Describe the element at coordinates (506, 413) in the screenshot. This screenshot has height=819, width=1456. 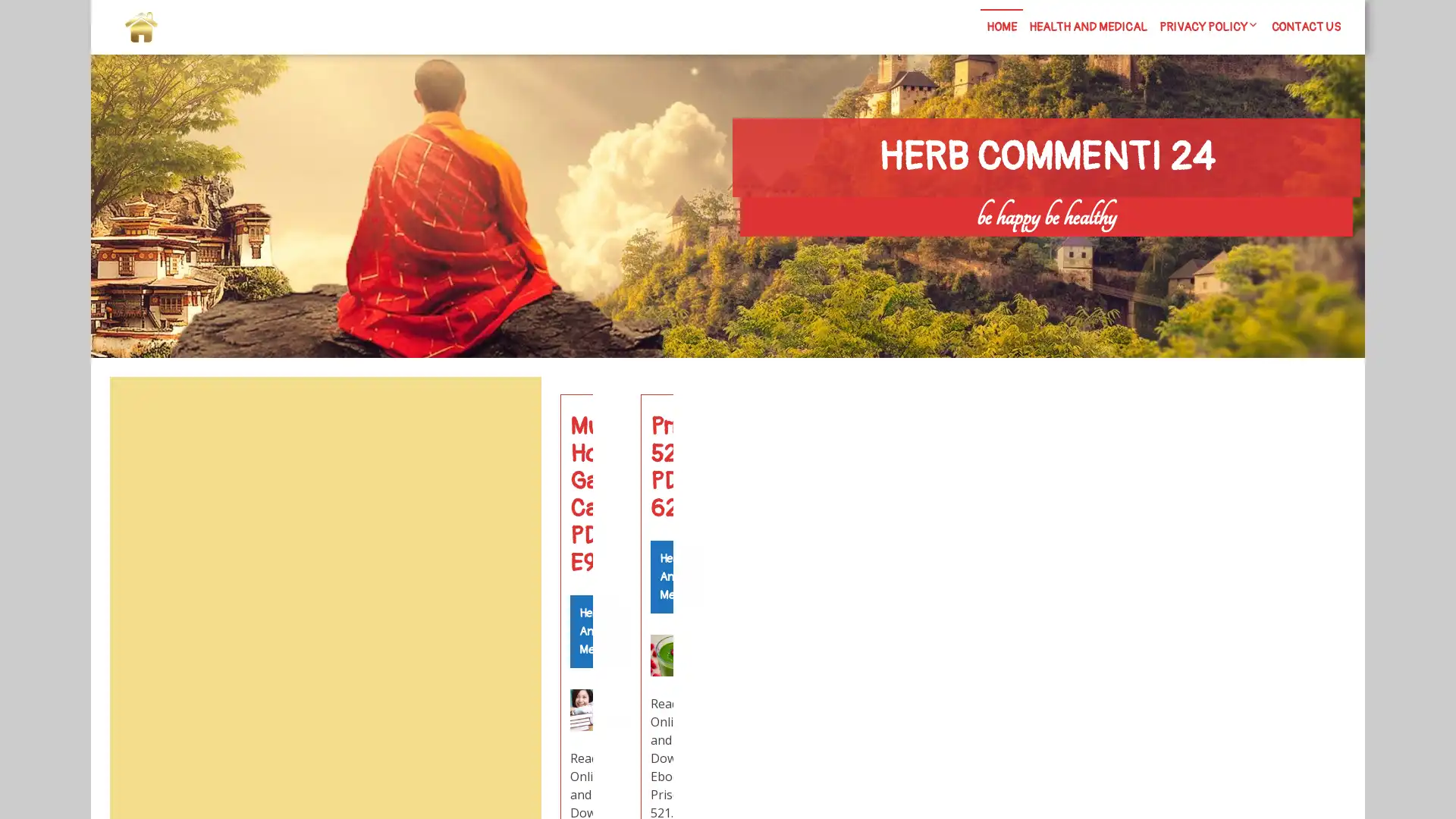
I see `Search` at that location.